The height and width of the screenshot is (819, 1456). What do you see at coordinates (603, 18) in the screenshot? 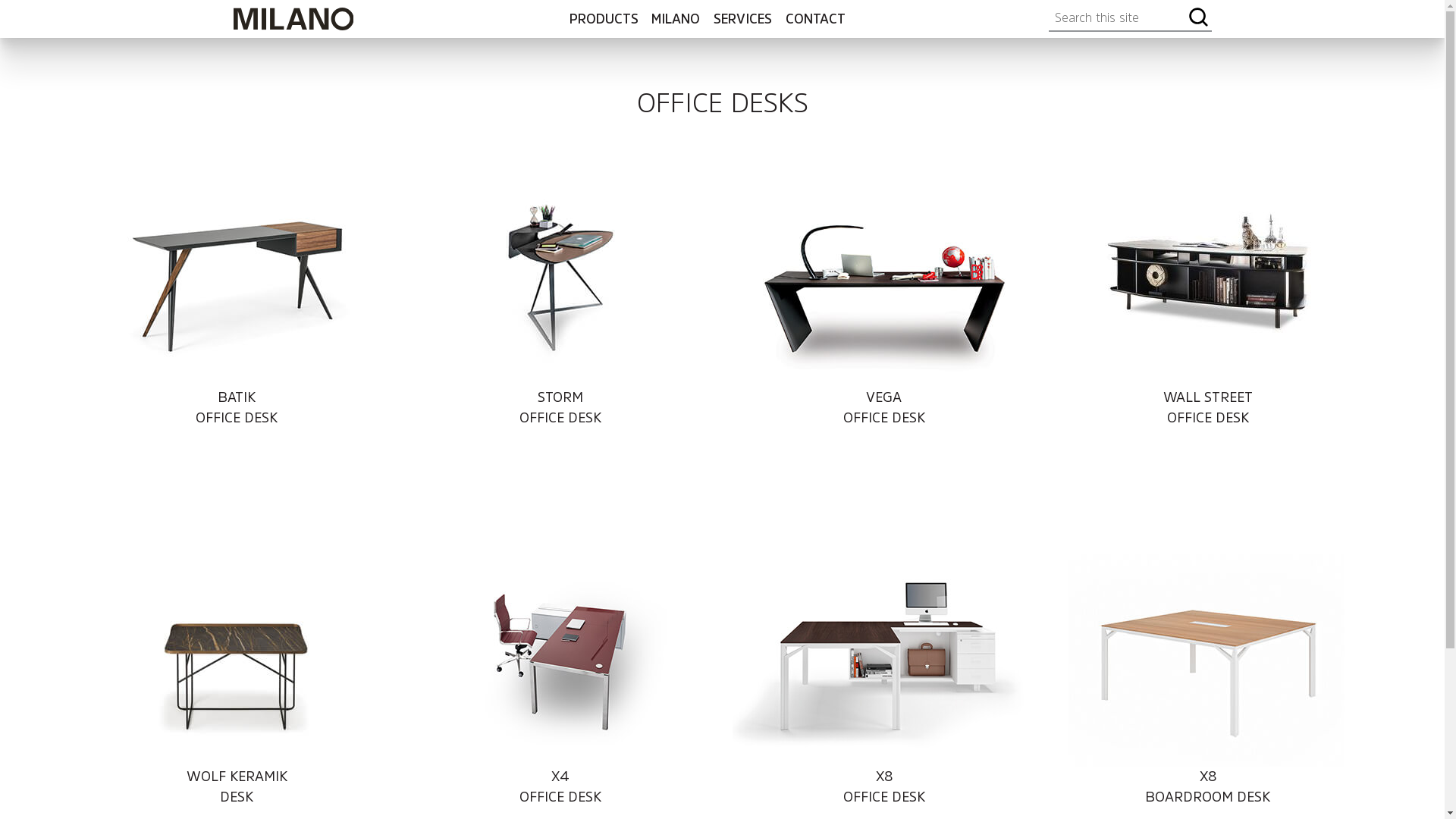
I see `'PRODUCTS'` at bounding box center [603, 18].